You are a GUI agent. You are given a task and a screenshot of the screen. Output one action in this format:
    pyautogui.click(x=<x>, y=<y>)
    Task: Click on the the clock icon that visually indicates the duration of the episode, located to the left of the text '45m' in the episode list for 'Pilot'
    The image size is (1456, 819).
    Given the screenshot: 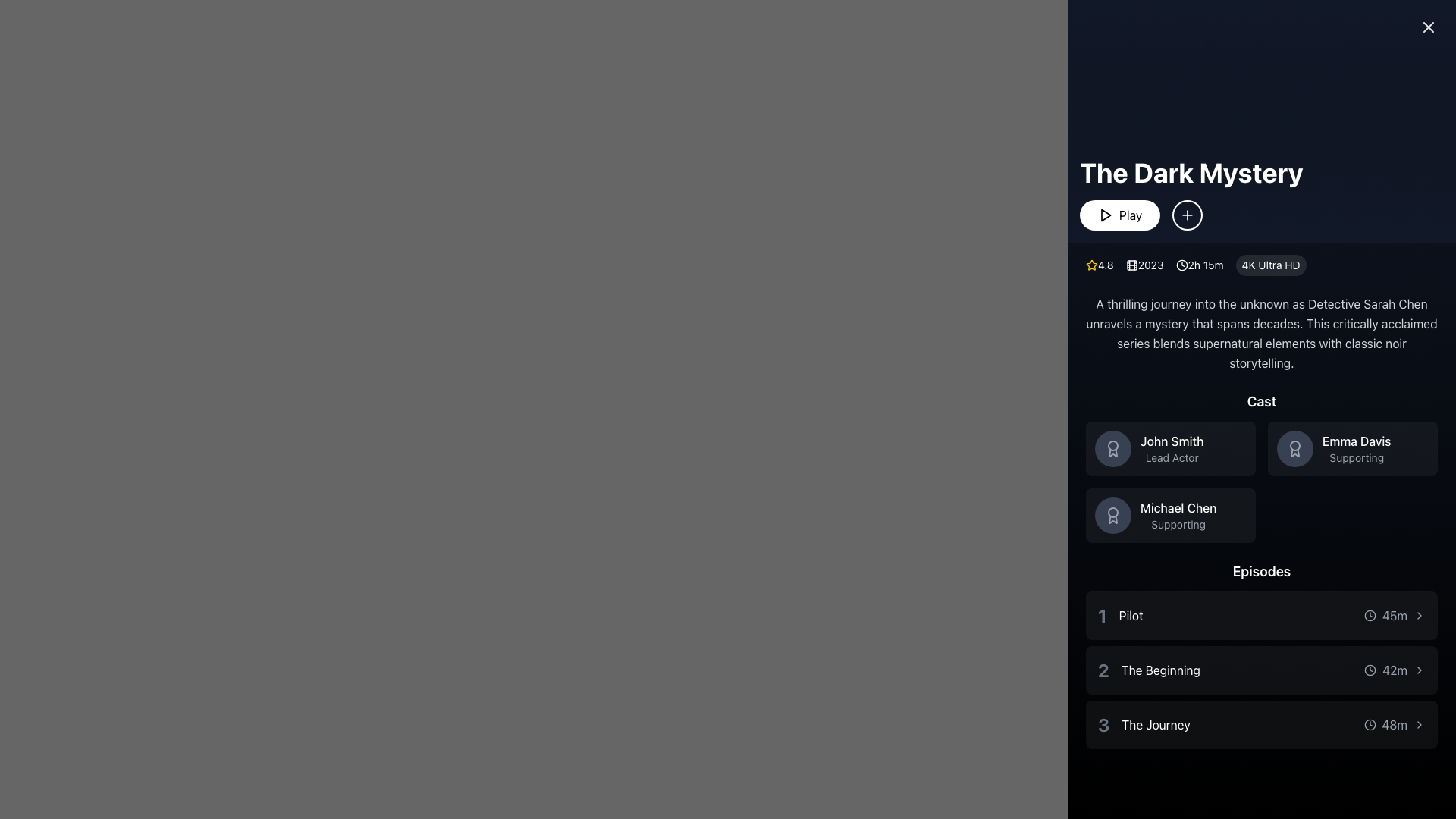 What is the action you would take?
    pyautogui.click(x=1370, y=616)
    